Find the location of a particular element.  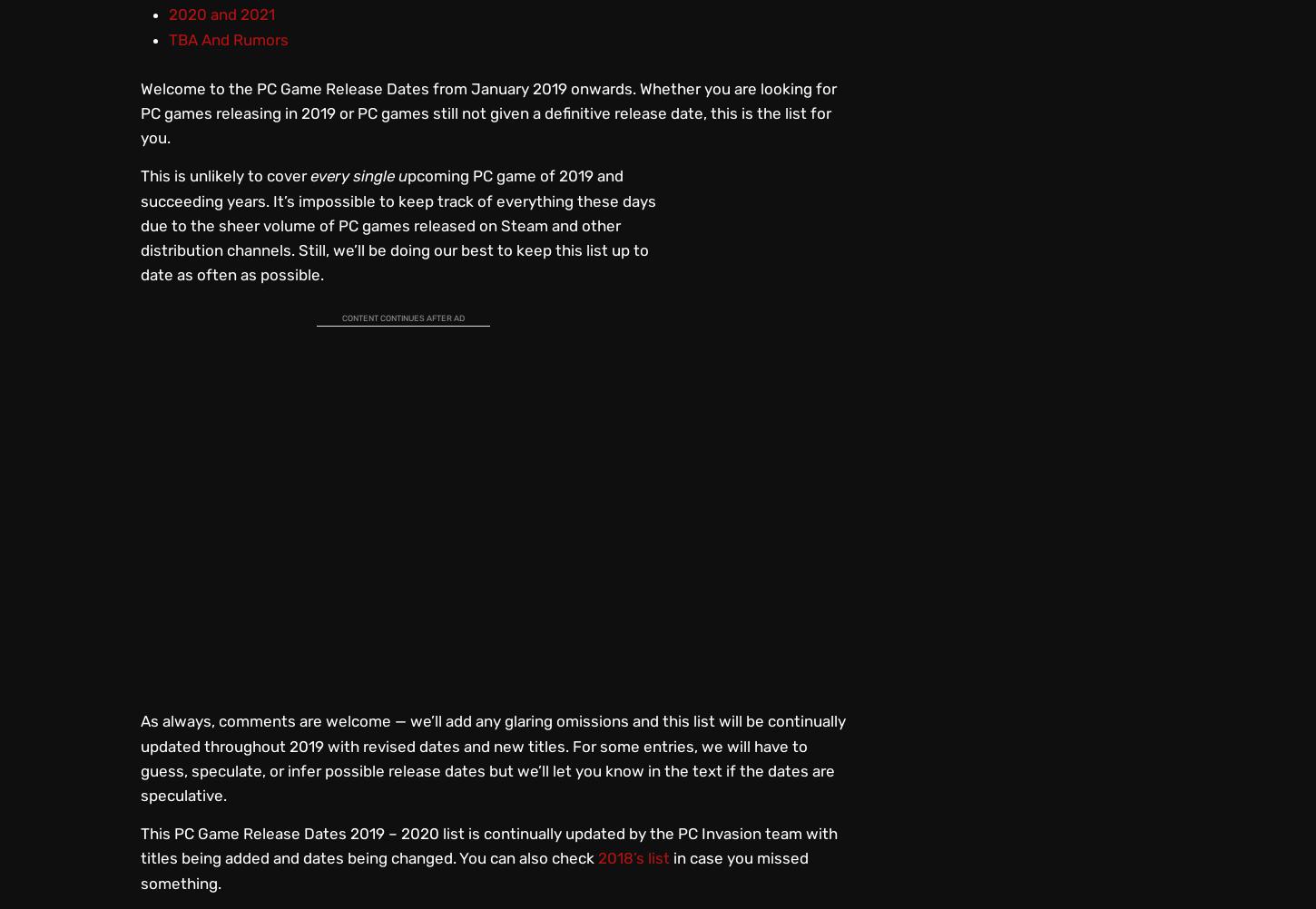

'pcoming PC game of 2019 and succeeding years. It’s impossible to keep track of everything these days due to the sheer volume of PC games released on Steam and other distribution channels. Still, we’ll be doing our best to keep this list up to date as often as possible.' is located at coordinates (398, 225).